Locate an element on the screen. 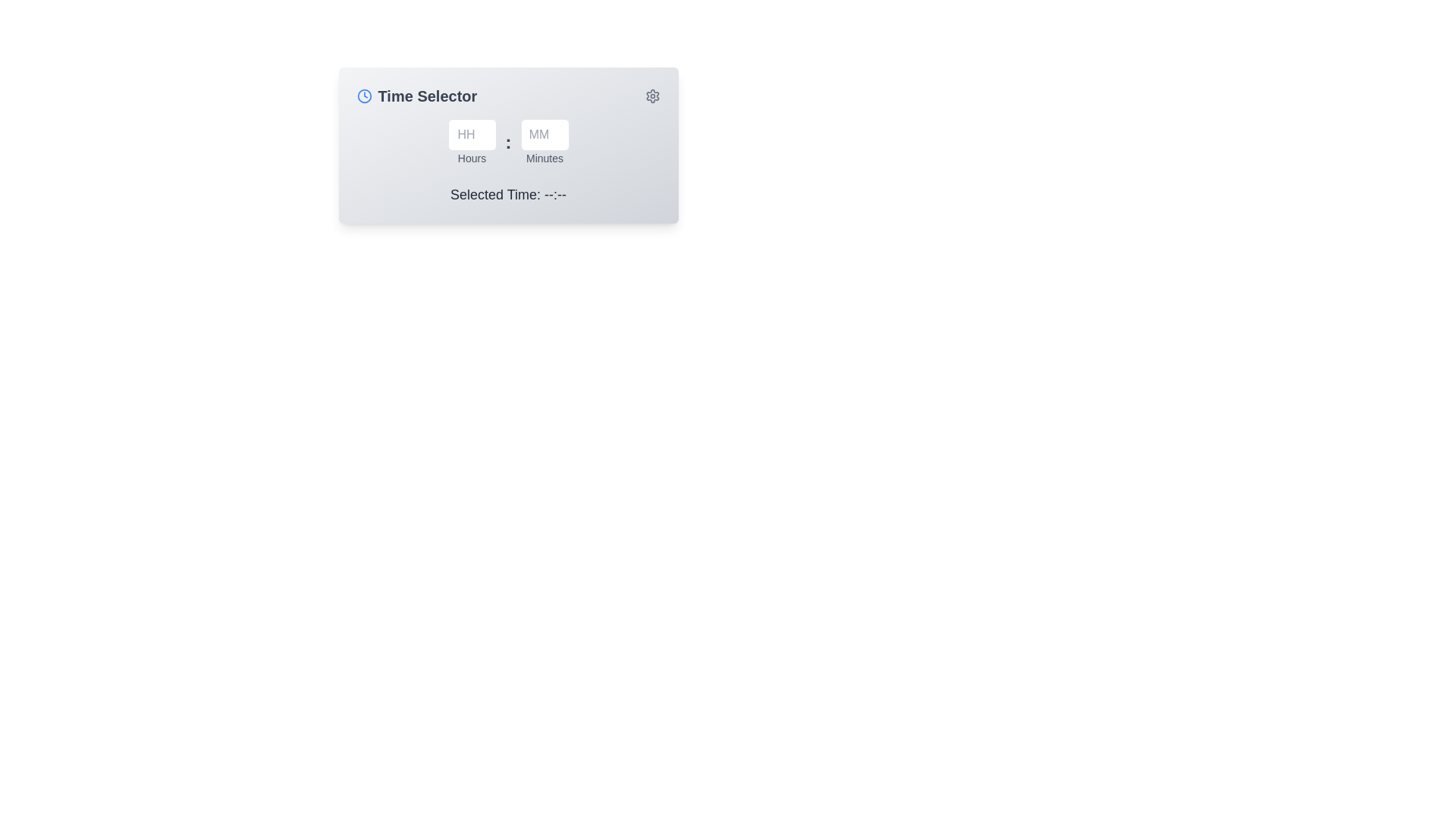 The height and width of the screenshot is (819, 1456). the circular part of the clock icon in the SVG image, which is located to the left of the 'Time Selector' title is located at coordinates (364, 96).